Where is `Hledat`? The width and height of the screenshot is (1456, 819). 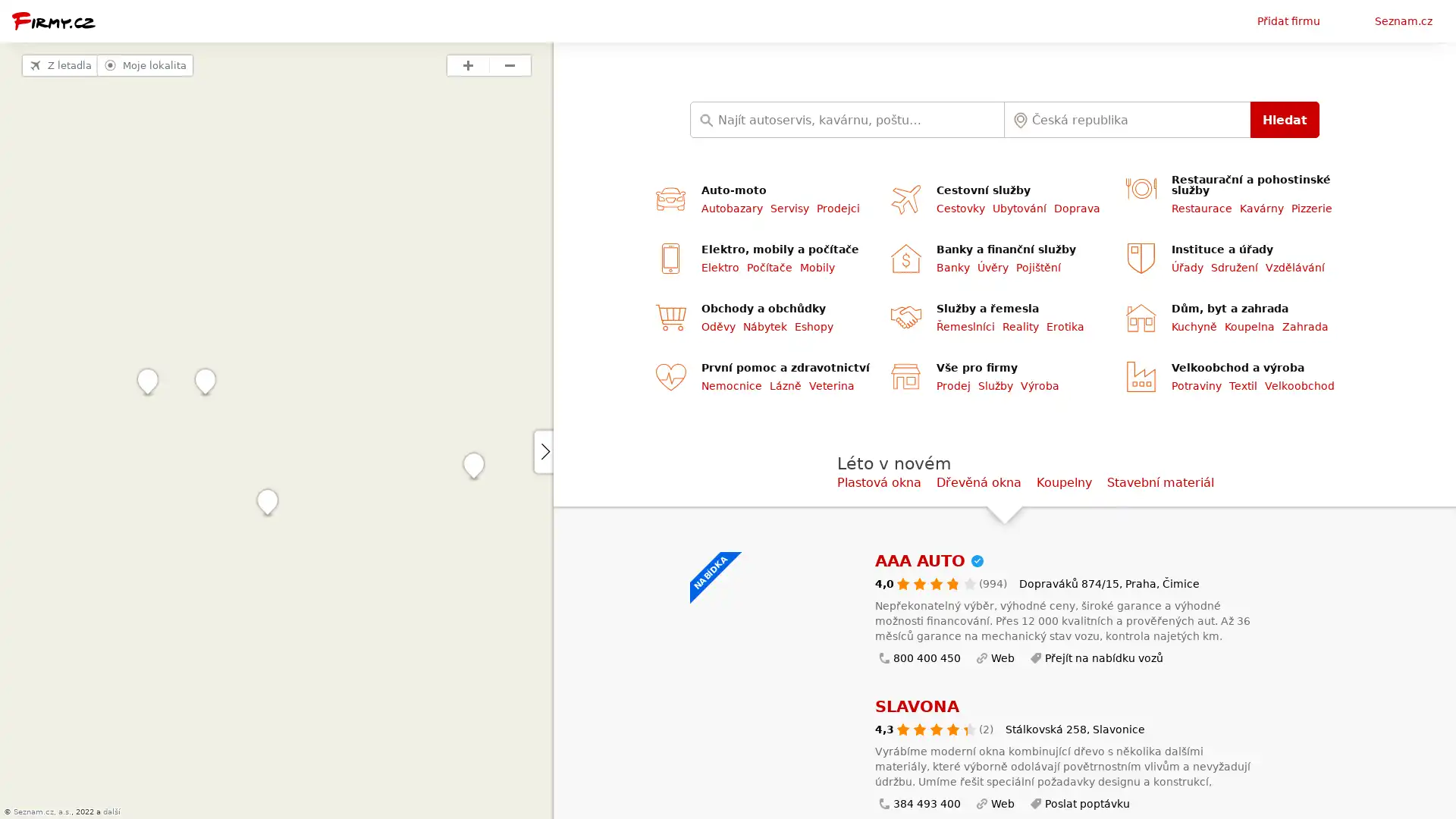
Hledat is located at coordinates (1283, 119).